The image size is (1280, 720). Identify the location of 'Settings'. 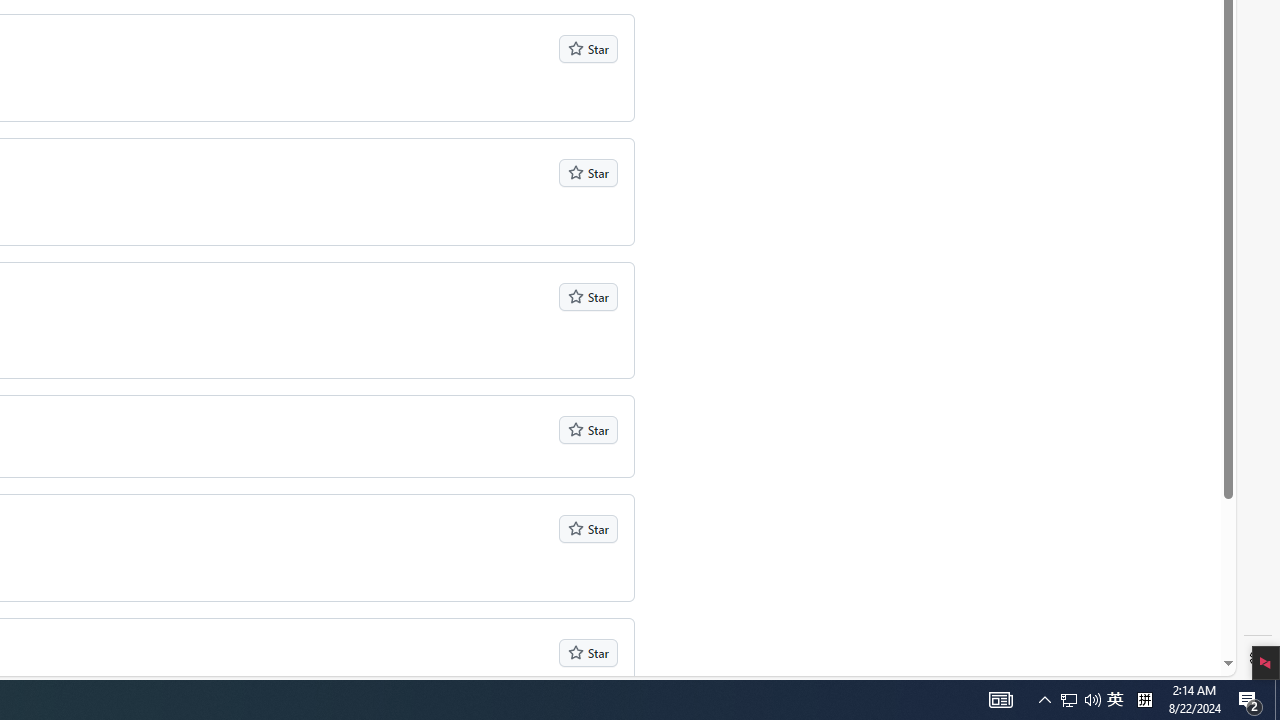
(1257, 658).